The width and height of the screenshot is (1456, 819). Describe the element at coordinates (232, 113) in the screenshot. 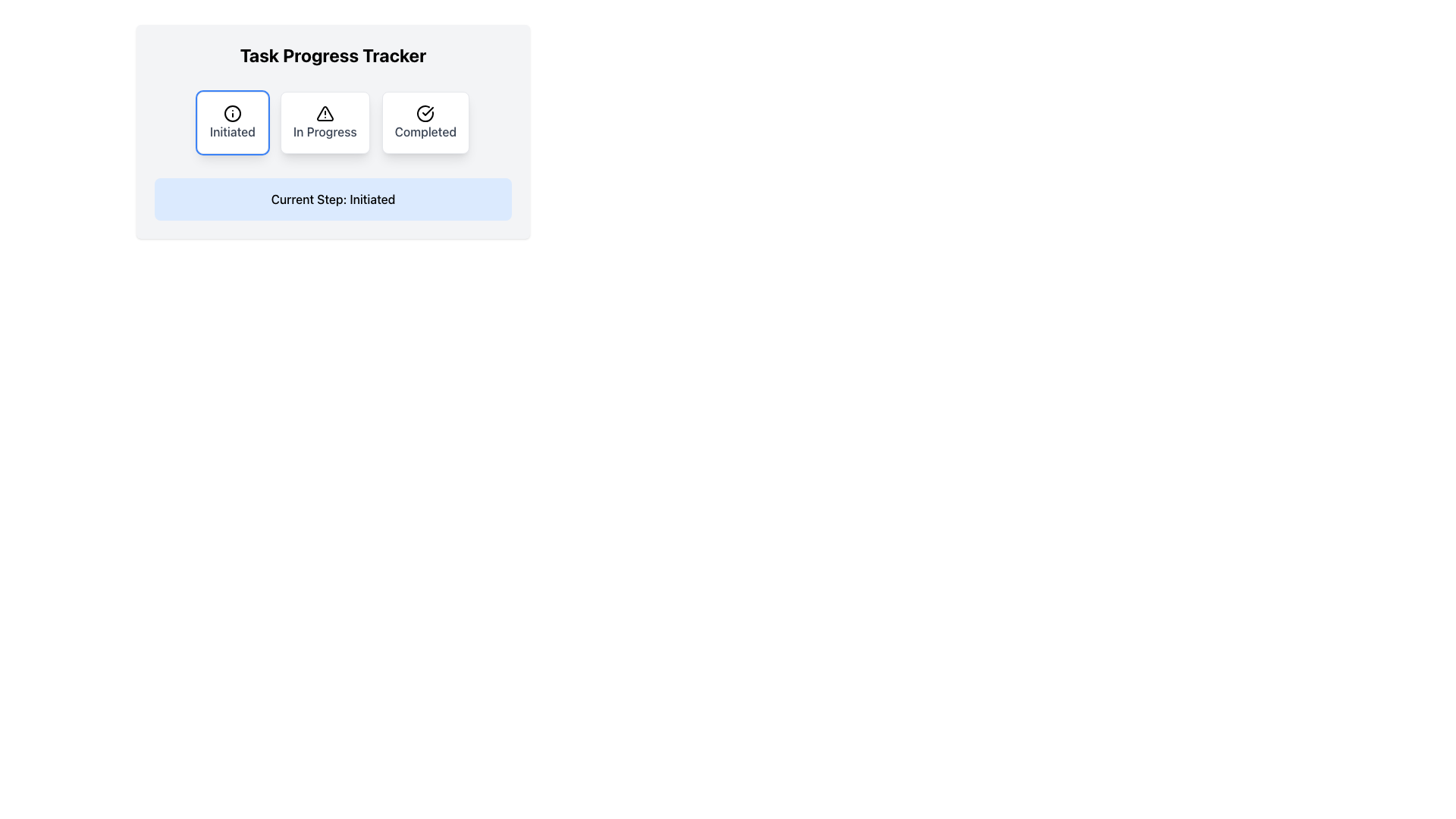

I see `the circular informational icon with a black stroke located in the 'Initiated' section of the task progress tracker, positioned above the 'Initiated' label` at that location.